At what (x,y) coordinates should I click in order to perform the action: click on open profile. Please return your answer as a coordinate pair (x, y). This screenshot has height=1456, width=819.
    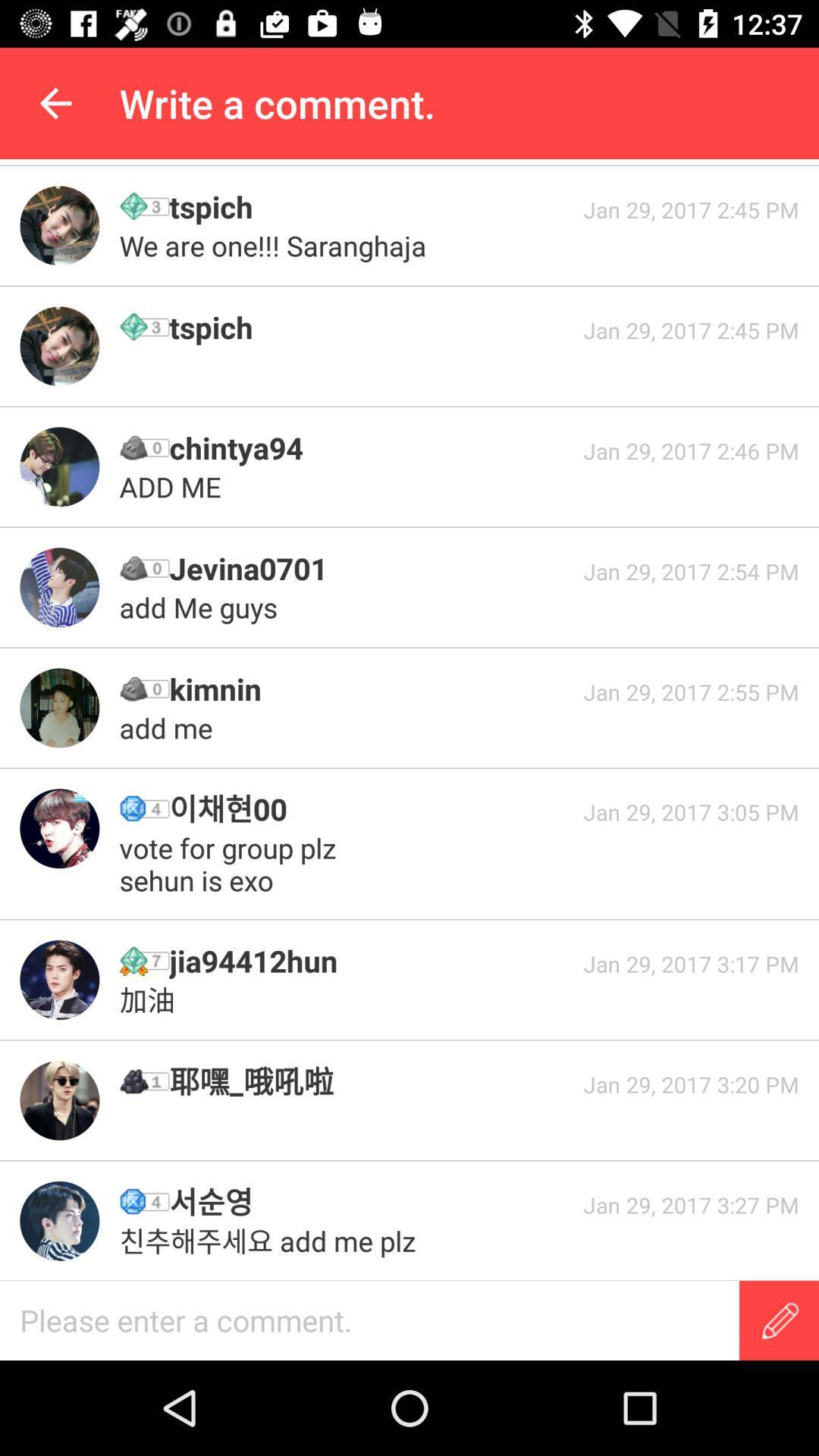
    Looking at the image, I should click on (58, 224).